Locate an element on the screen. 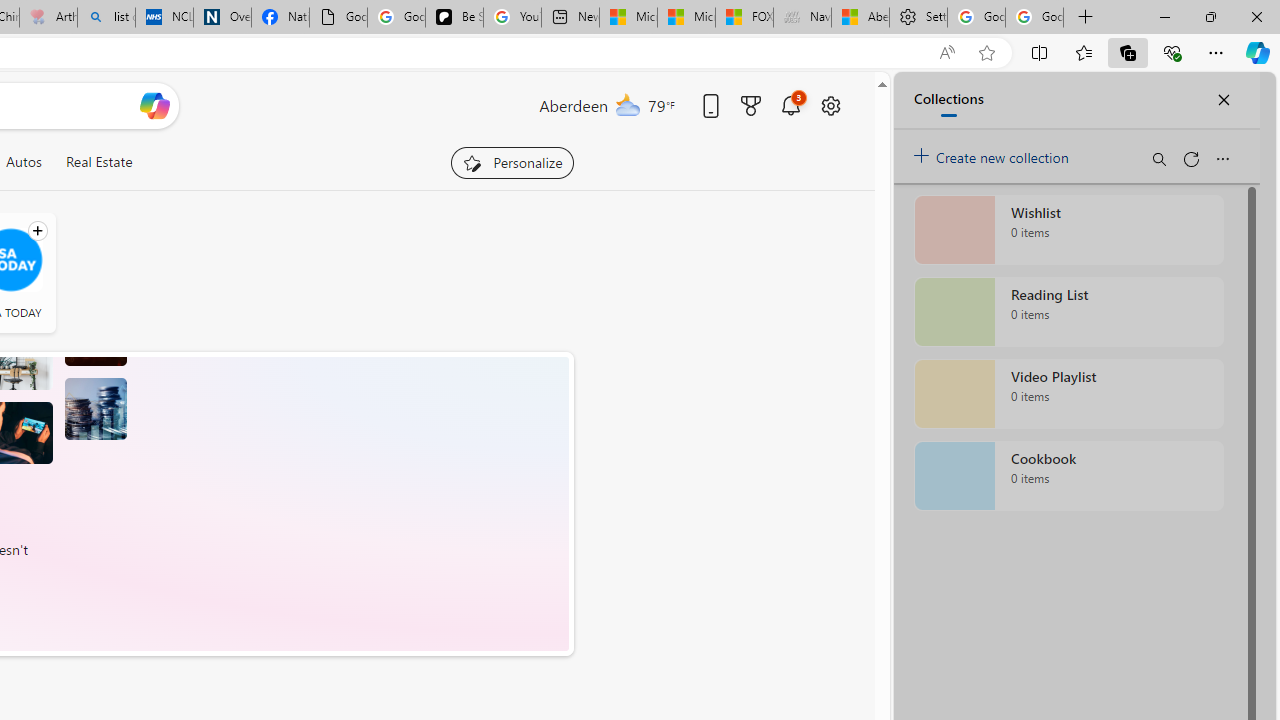  'NCL Adult Asthma Inhaler Choice Guideline' is located at coordinates (164, 17).